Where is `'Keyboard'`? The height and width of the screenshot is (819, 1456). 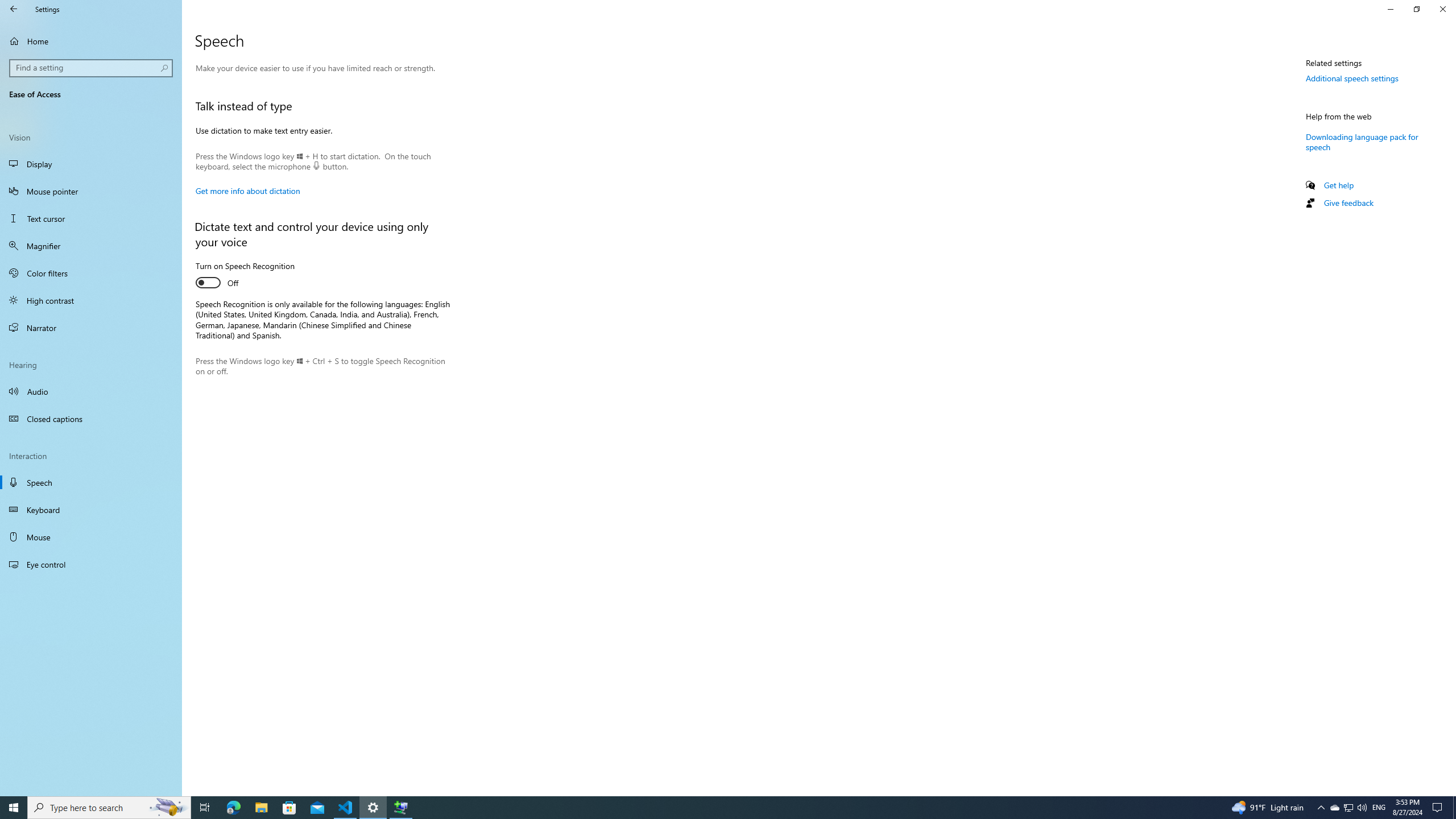 'Keyboard' is located at coordinates (90, 510).